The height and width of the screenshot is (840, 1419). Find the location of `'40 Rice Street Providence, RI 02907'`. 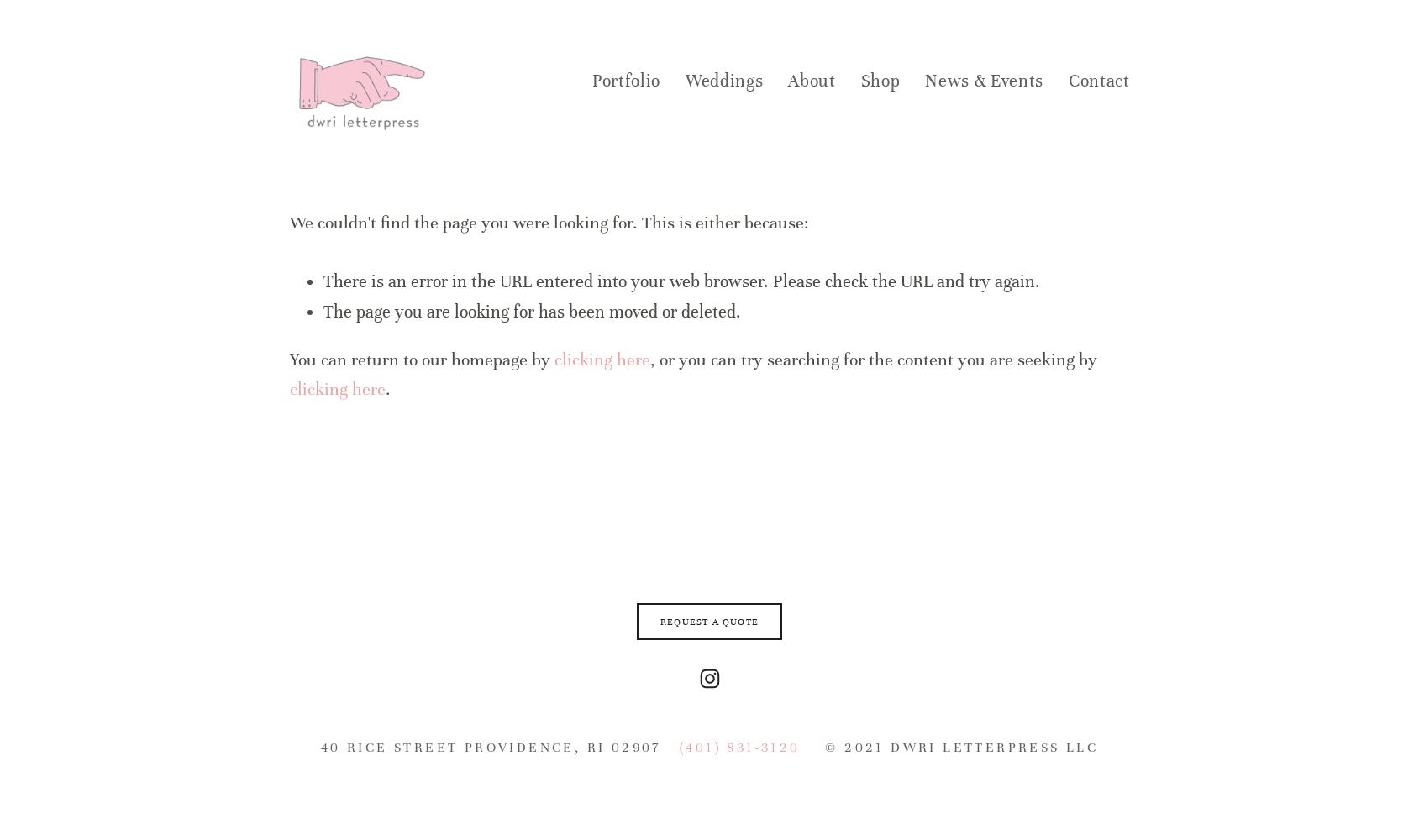

'40 Rice Street Providence, RI 02907' is located at coordinates (319, 747).